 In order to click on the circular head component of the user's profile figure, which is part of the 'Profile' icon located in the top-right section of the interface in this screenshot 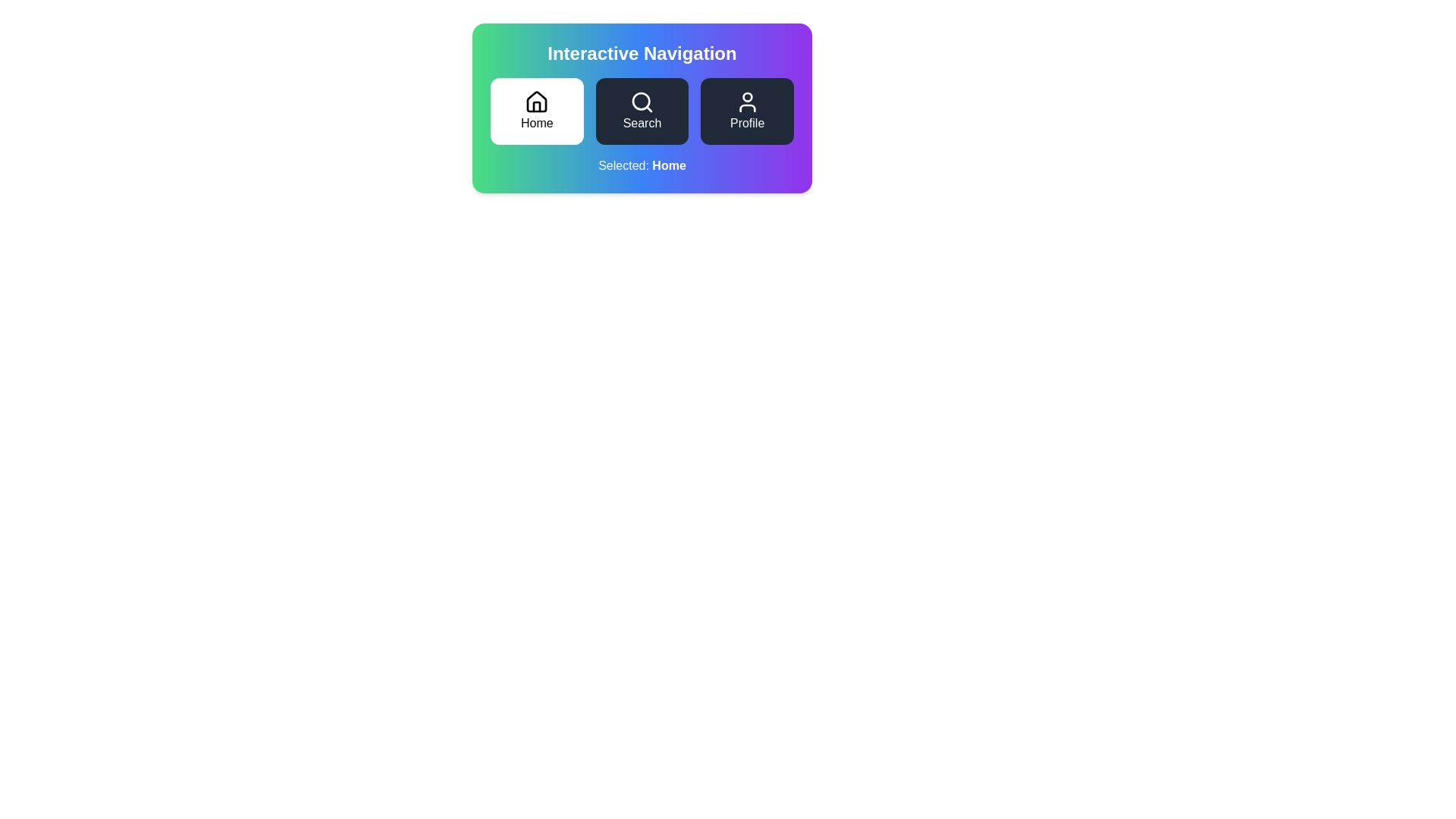, I will do `click(747, 97)`.